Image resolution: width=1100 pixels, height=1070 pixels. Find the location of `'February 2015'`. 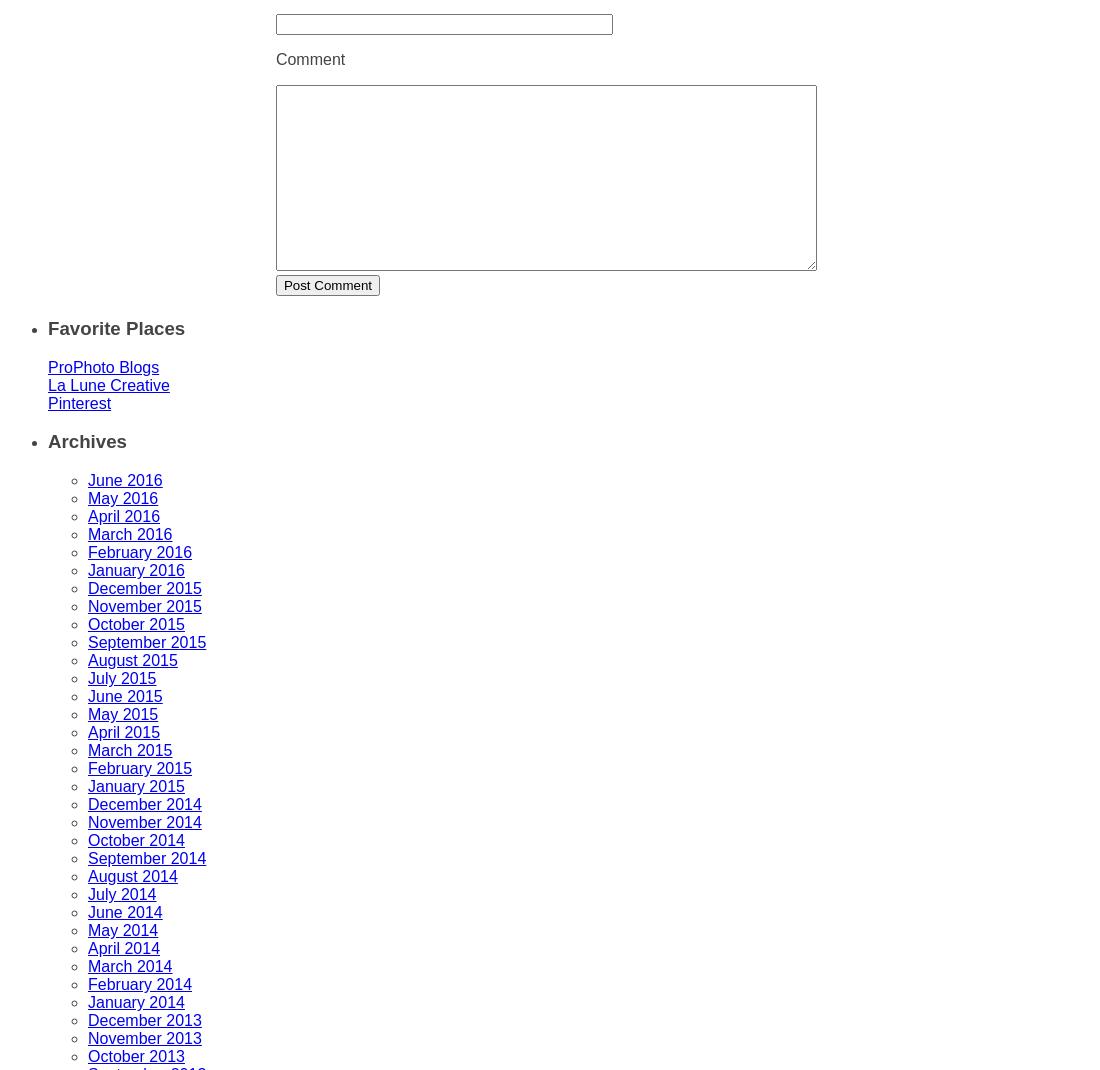

'February 2015' is located at coordinates (139, 767).